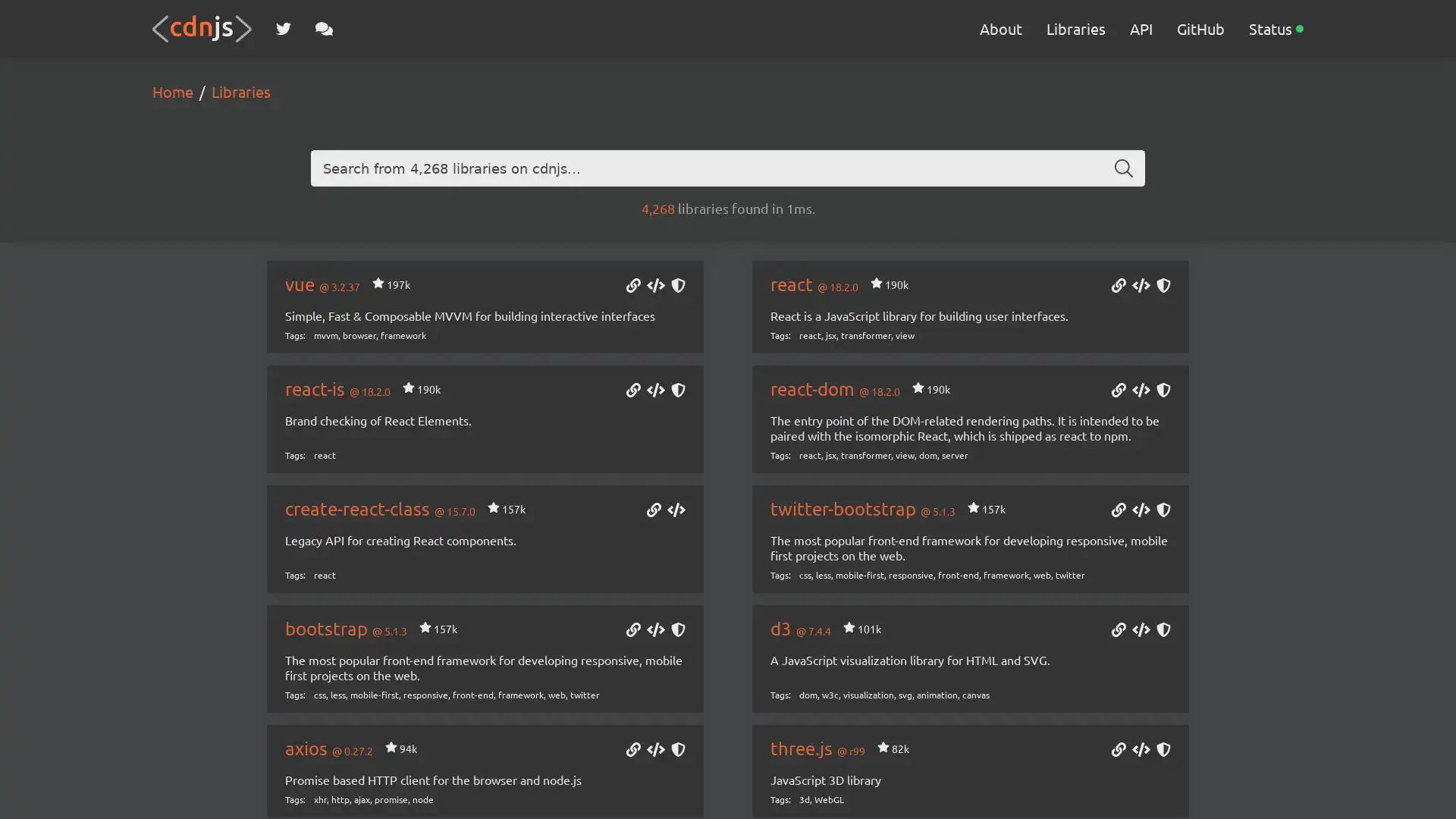 The image size is (1456, 819). Describe the element at coordinates (1118, 287) in the screenshot. I see `Copy URL` at that location.